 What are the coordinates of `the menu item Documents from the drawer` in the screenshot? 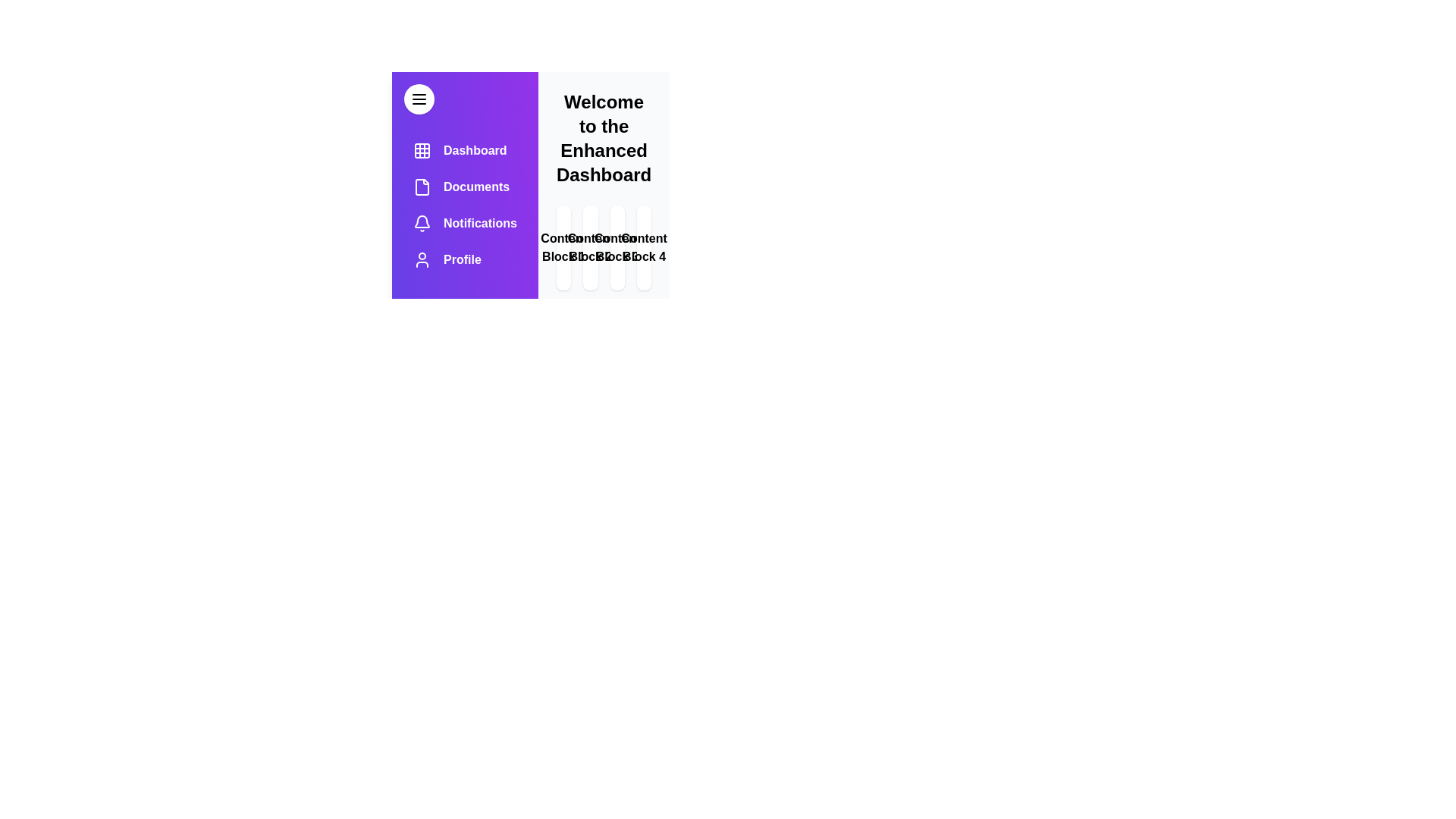 It's located at (464, 186).